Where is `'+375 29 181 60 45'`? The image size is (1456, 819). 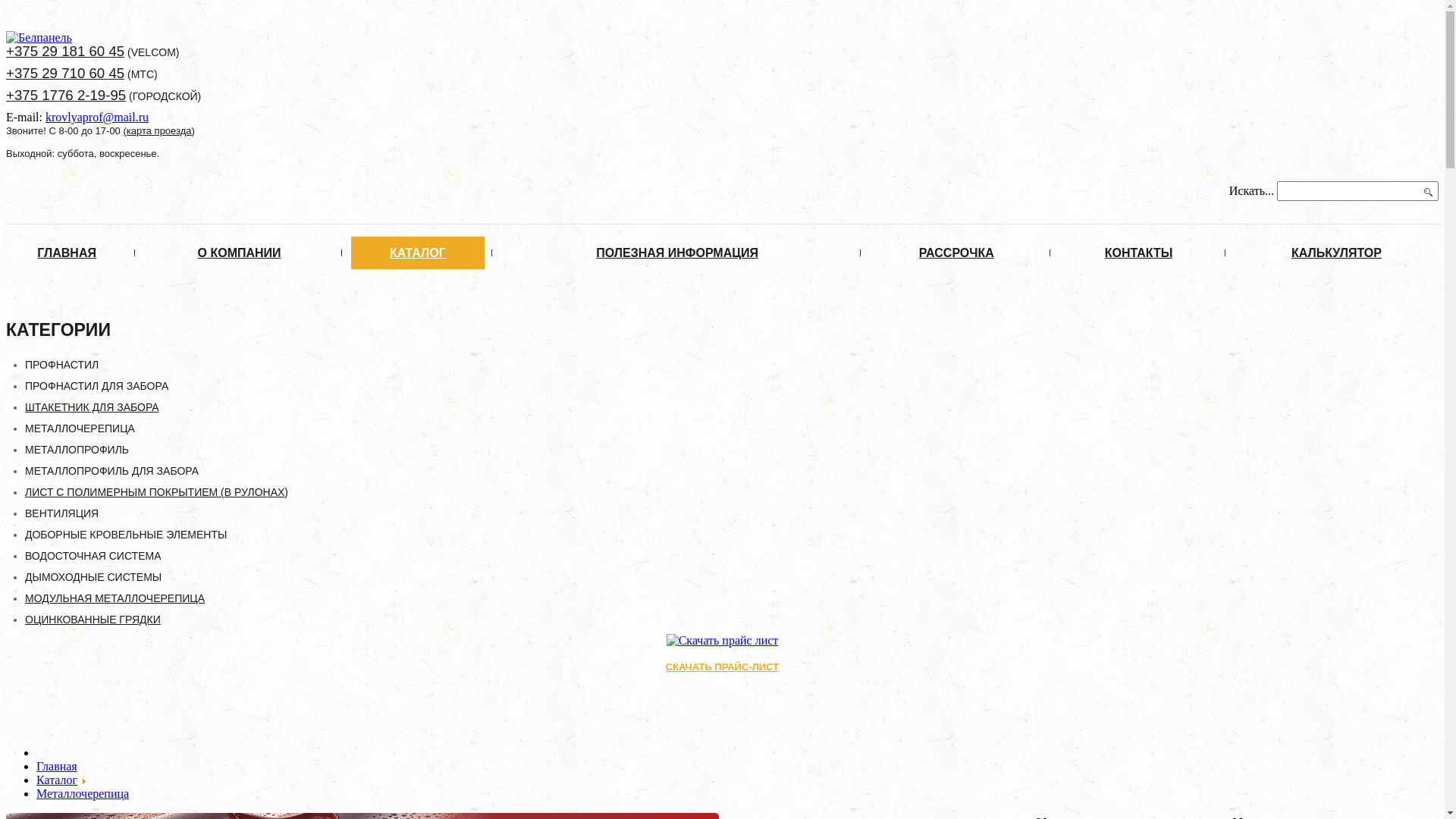 '+375 29 181 60 45' is located at coordinates (6, 50).